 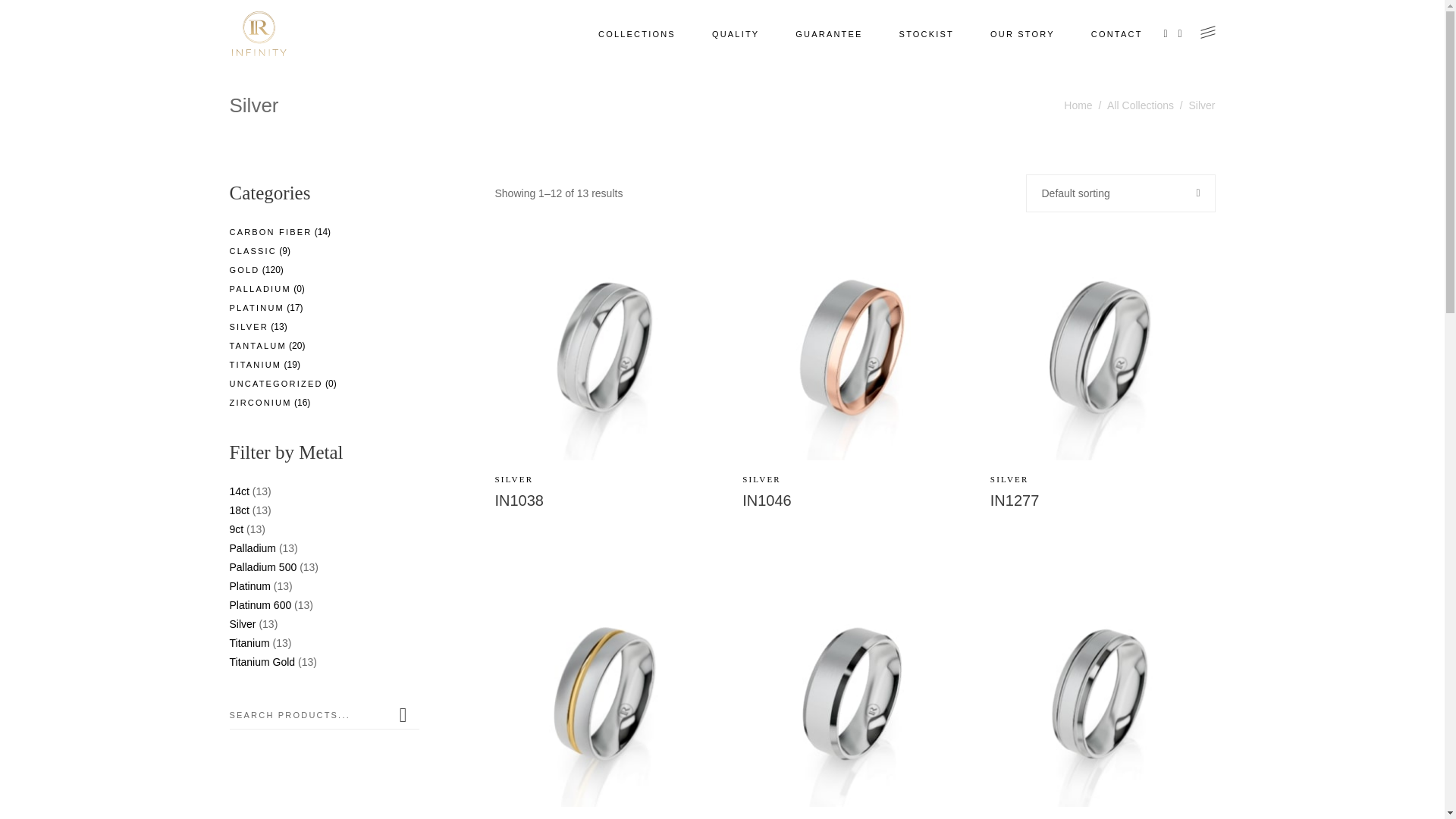 What do you see at coordinates (249, 585) in the screenshot?
I see `'Platinum'` at bounding box center [249, 585].